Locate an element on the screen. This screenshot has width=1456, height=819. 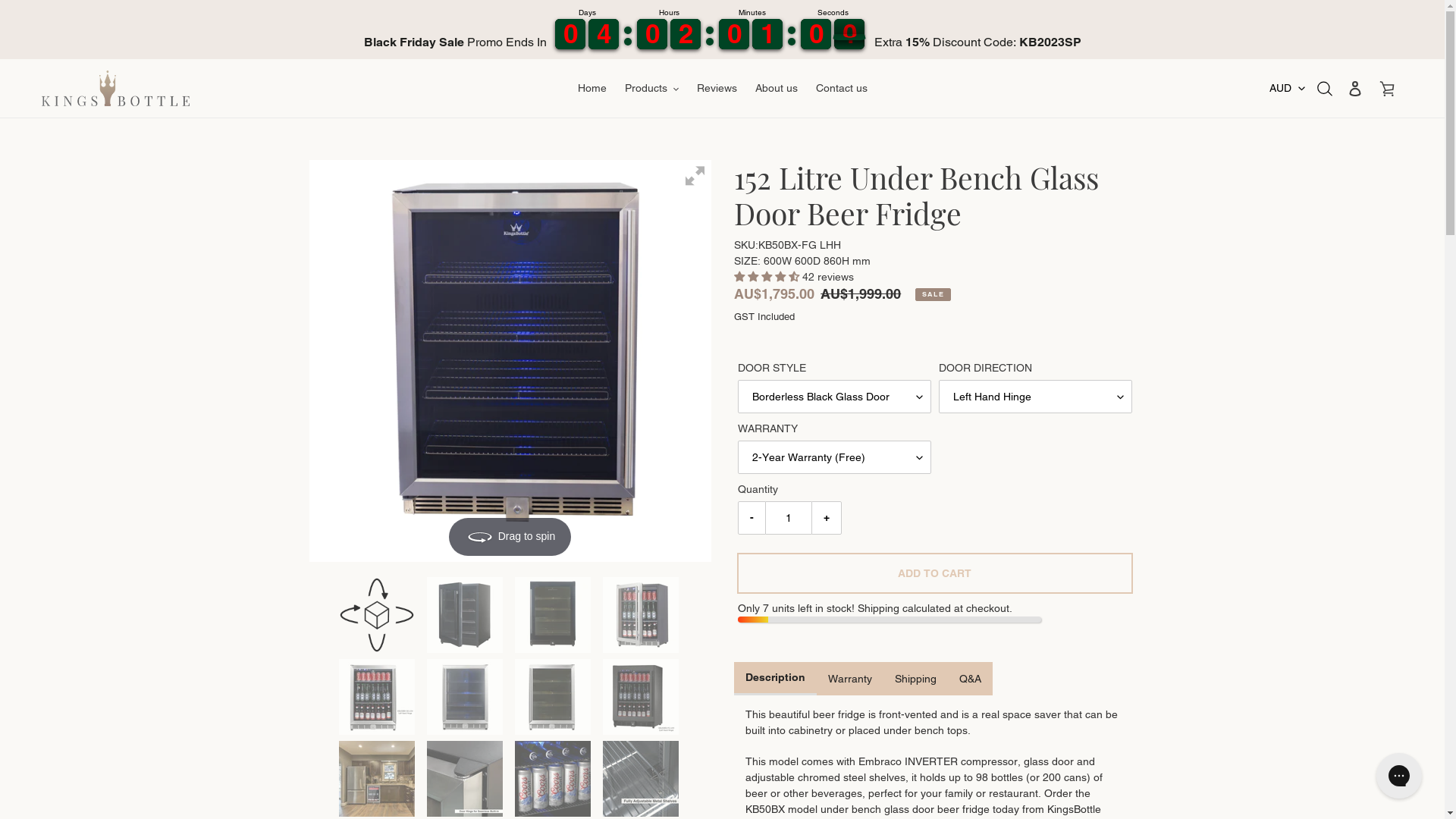
'1' is located at coordinates (814, 34).